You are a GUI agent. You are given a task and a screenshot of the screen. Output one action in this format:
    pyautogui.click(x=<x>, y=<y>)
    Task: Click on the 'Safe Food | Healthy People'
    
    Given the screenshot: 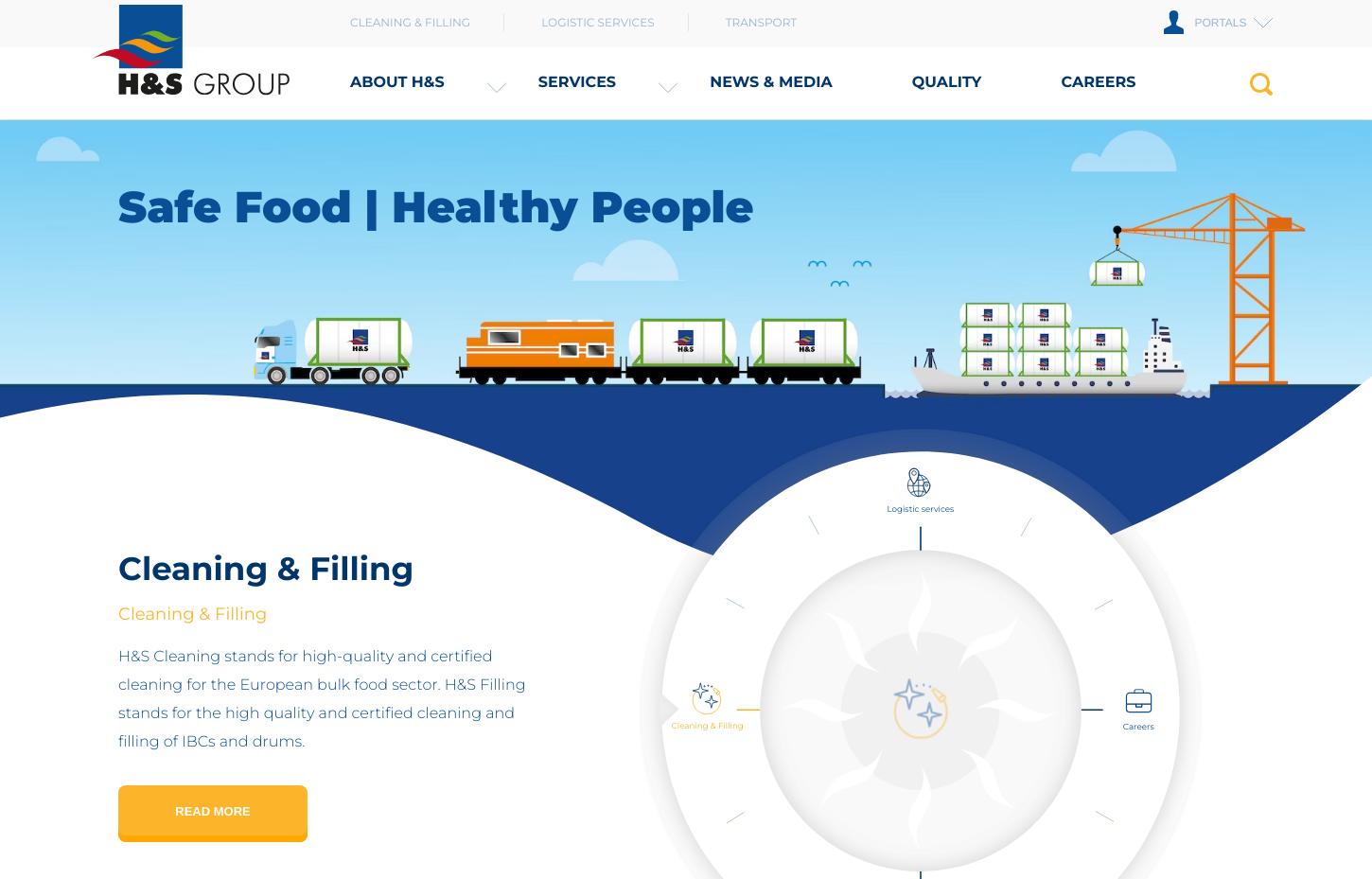 What is the action you would take?
    pyautogui.click(x=434, y=204)
    